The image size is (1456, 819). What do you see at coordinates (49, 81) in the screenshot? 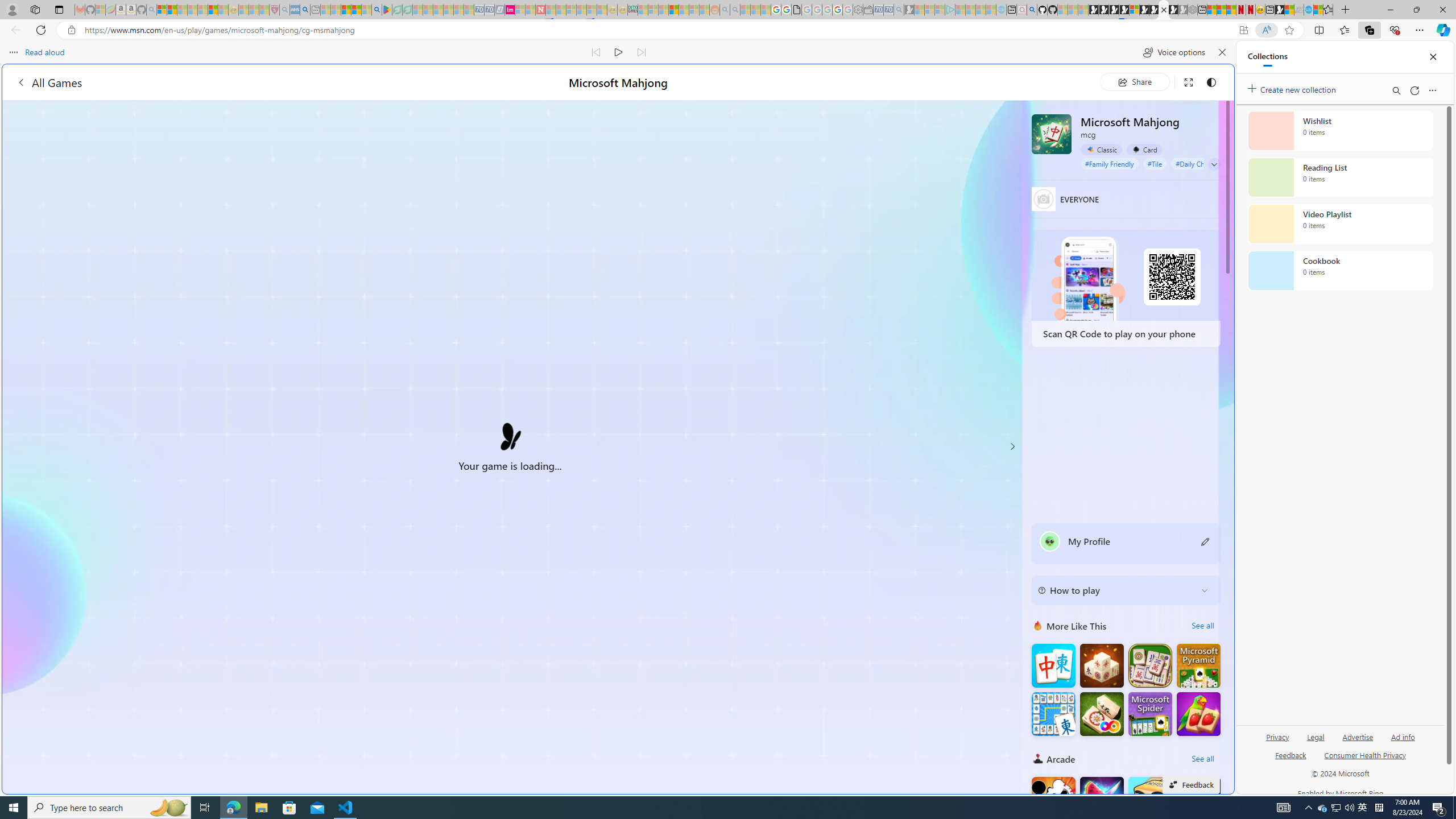
I see `'All Games'` at bounding box center [49, 81].